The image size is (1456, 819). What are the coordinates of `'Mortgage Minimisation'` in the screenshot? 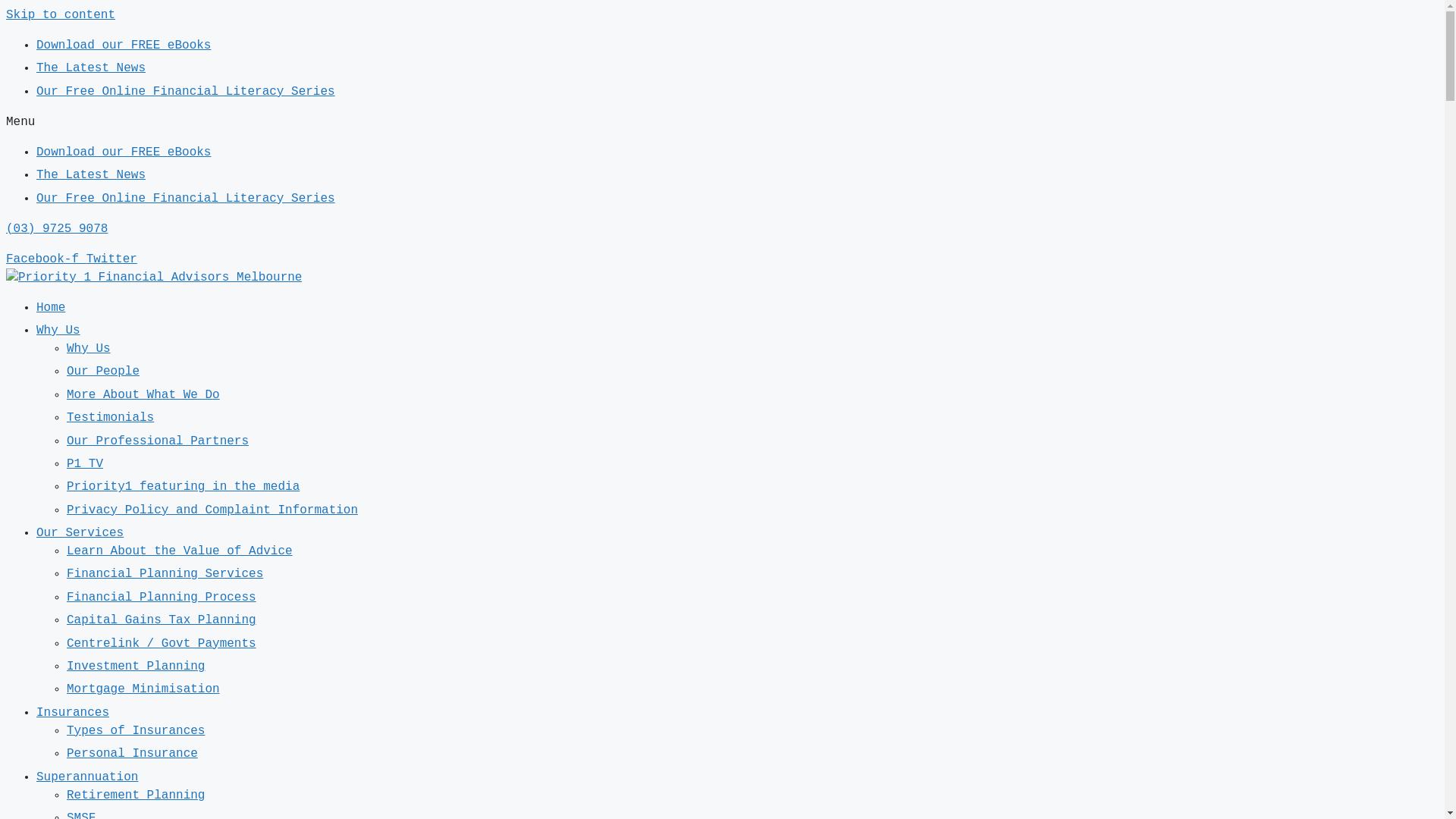 It's located at (143, 689).